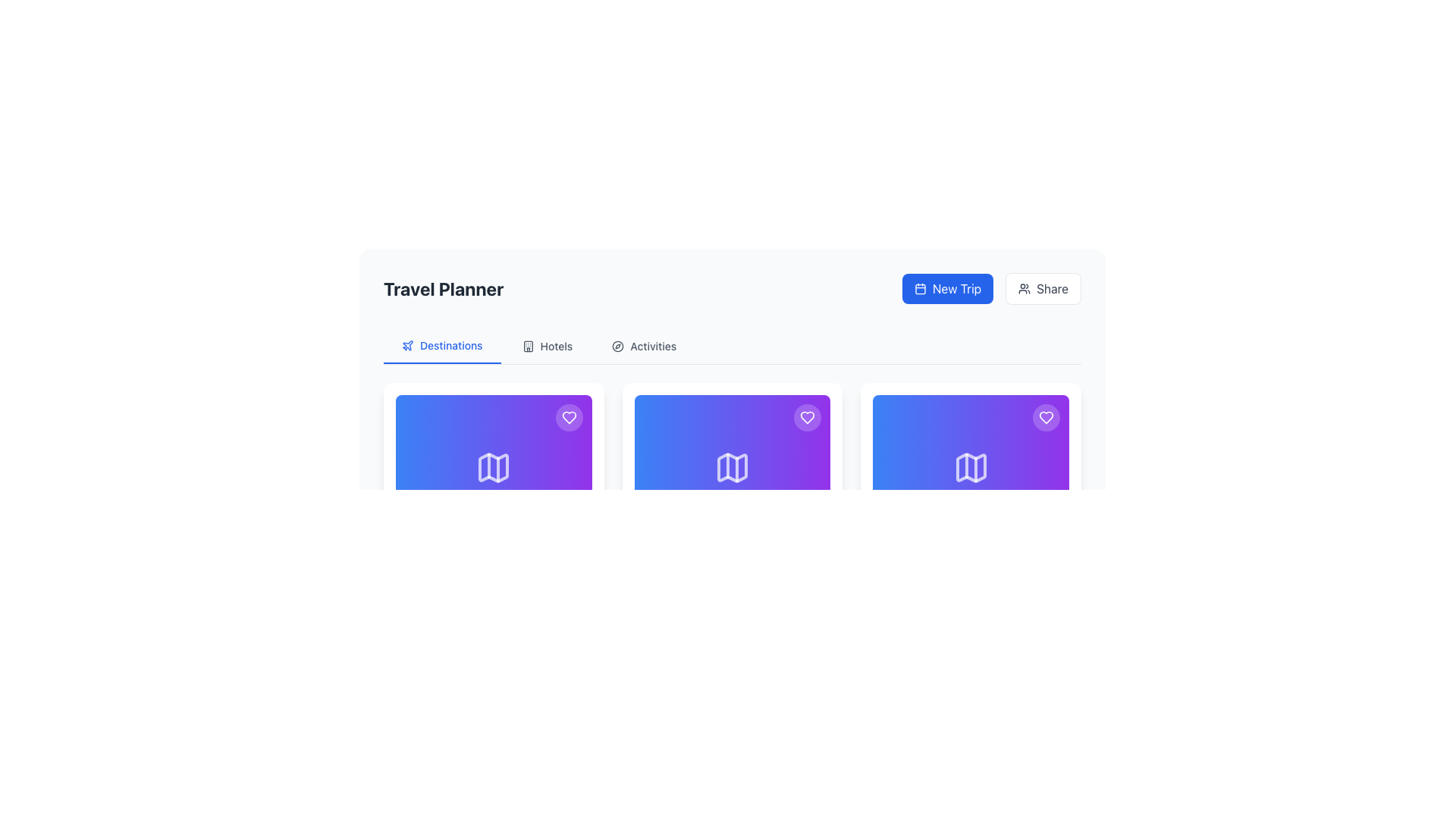  I want to click on header text of the travel planning section, which is located on the left side of the top section of the interface, before the 'New Trip' button, so click(443, 289).